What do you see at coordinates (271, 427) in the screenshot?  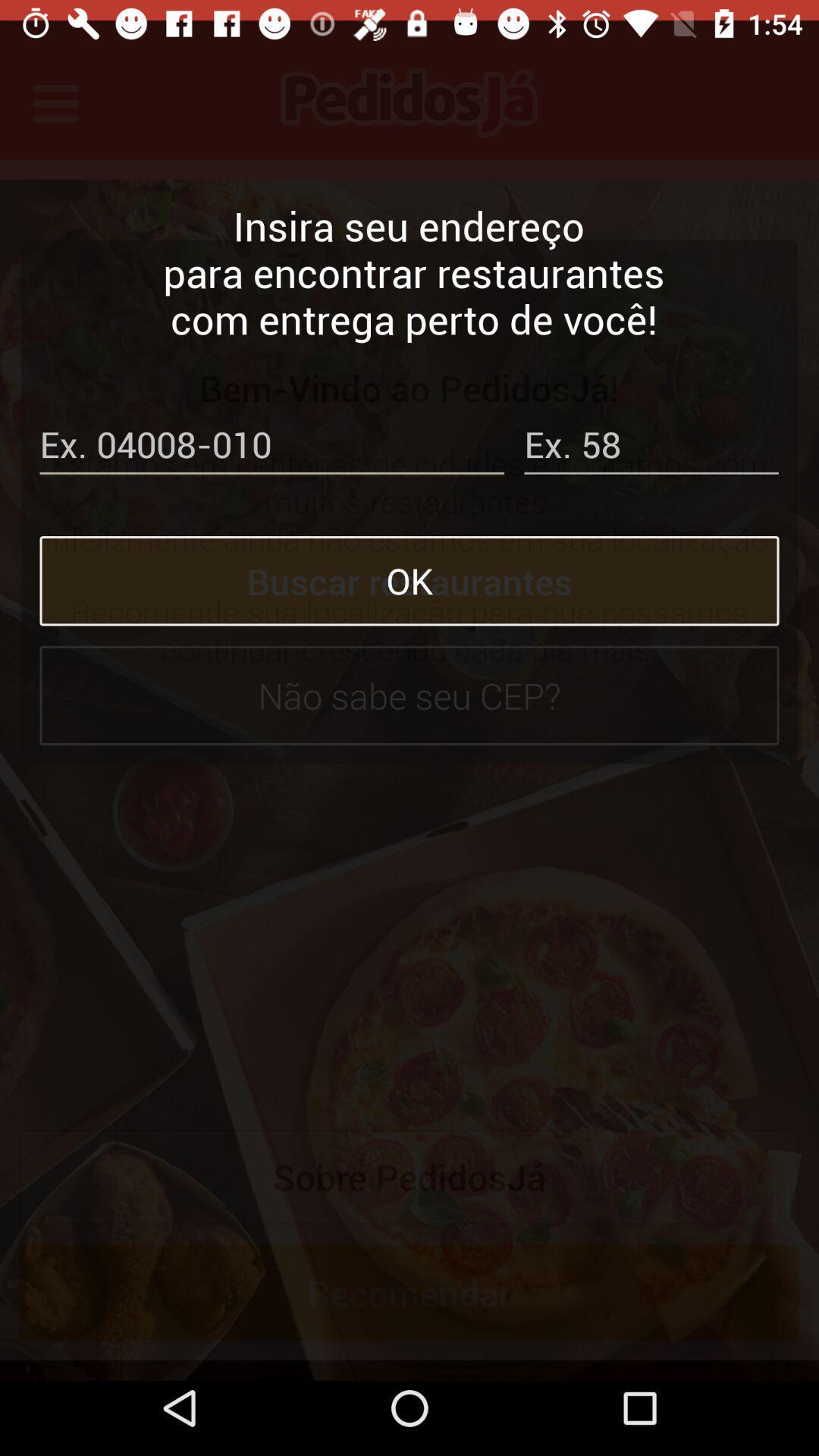 I see `this function is search feature` at bounding box center [271, 427].